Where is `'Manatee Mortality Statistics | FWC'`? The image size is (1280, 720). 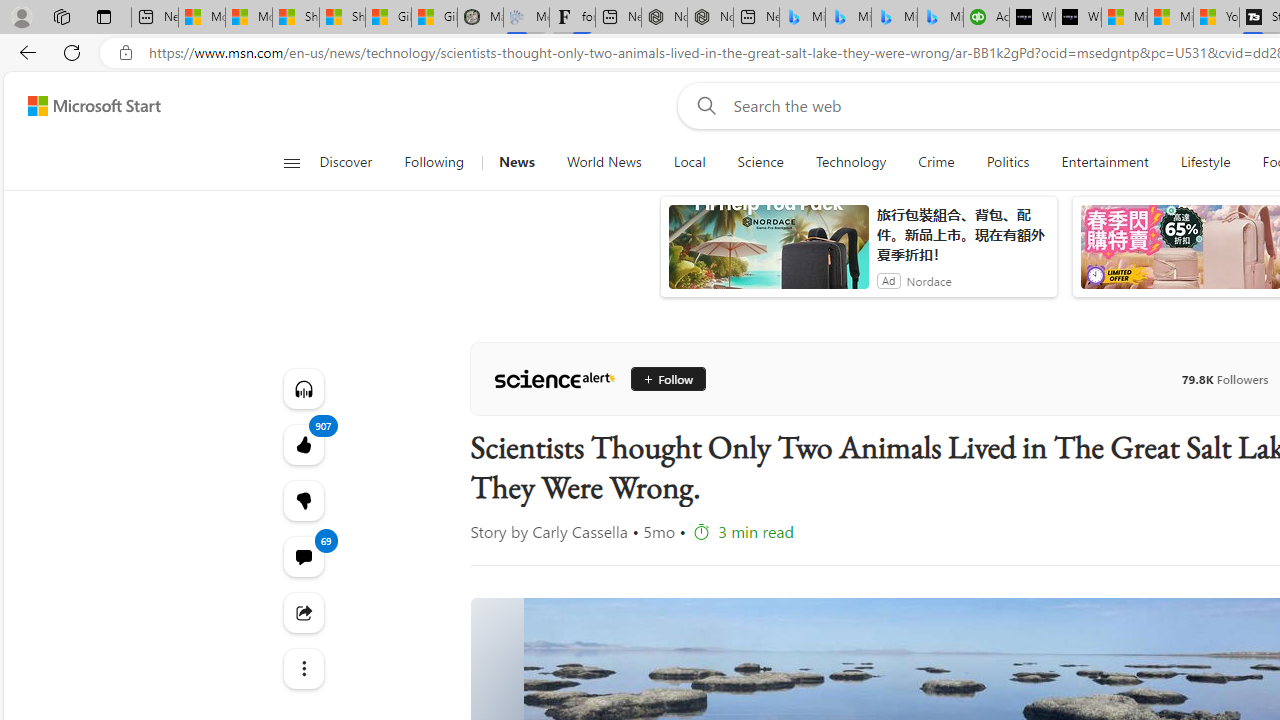 'Manatee Mortality Statistics | FWC' is located at coordinates (480, 17).